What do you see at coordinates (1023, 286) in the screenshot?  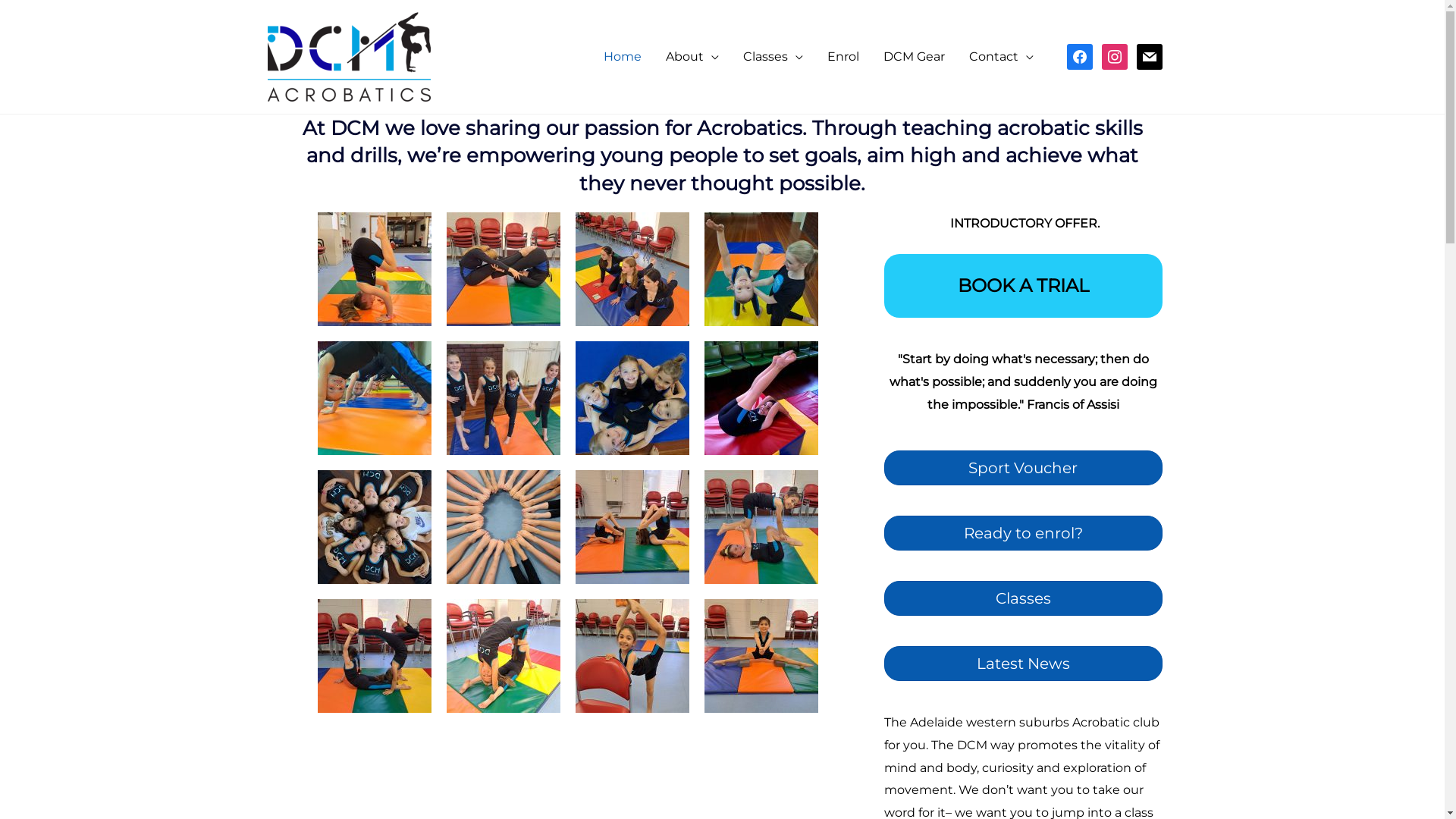 I see `'BOOK A TRIAL'` at bounding box center [1023, 286].